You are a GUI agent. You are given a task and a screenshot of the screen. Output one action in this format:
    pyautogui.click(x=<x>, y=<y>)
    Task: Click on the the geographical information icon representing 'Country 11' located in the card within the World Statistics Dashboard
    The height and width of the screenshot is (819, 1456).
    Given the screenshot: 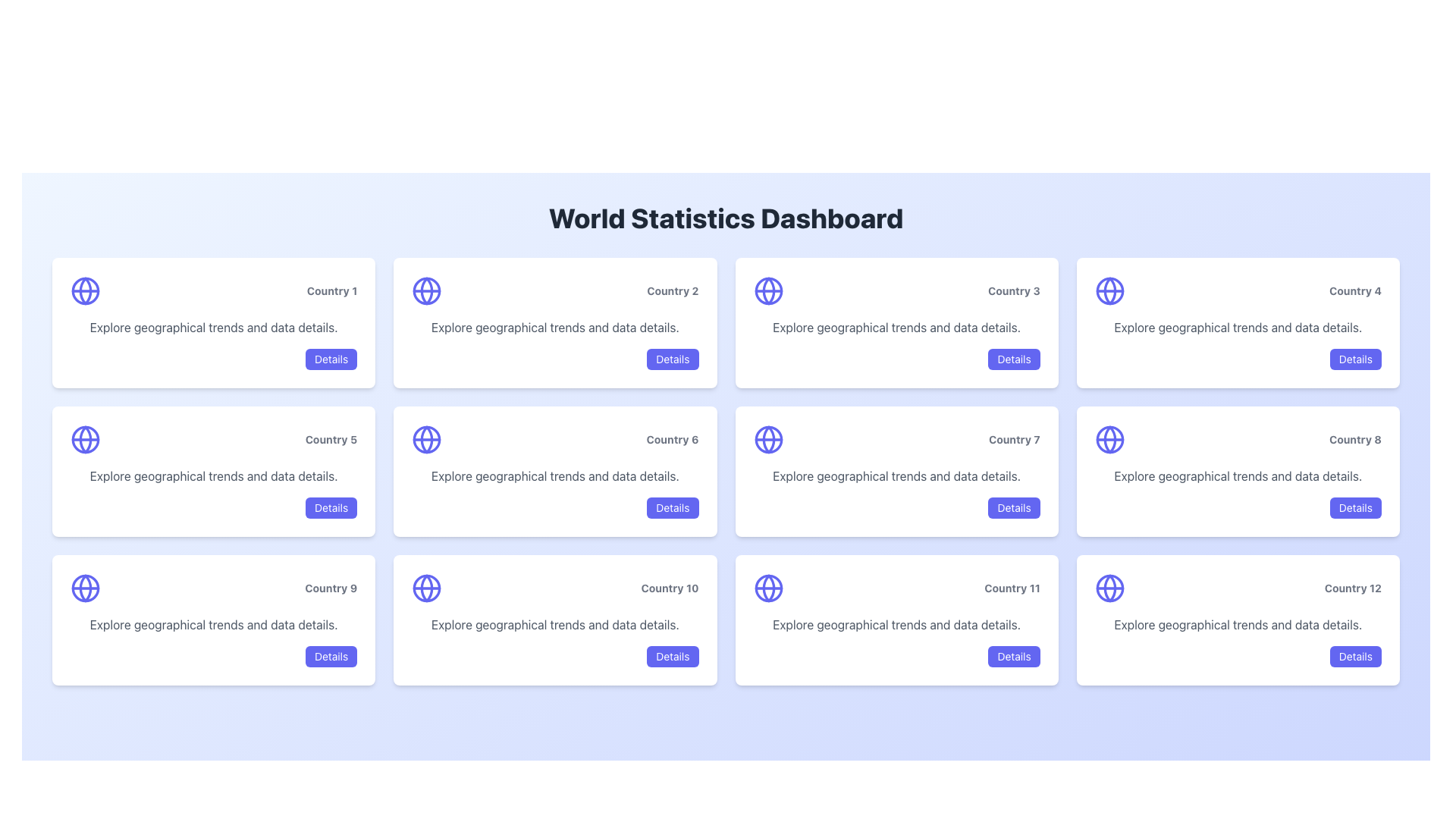 What is the action you would take?
    pyautogui.click(x=768, y=587)
    